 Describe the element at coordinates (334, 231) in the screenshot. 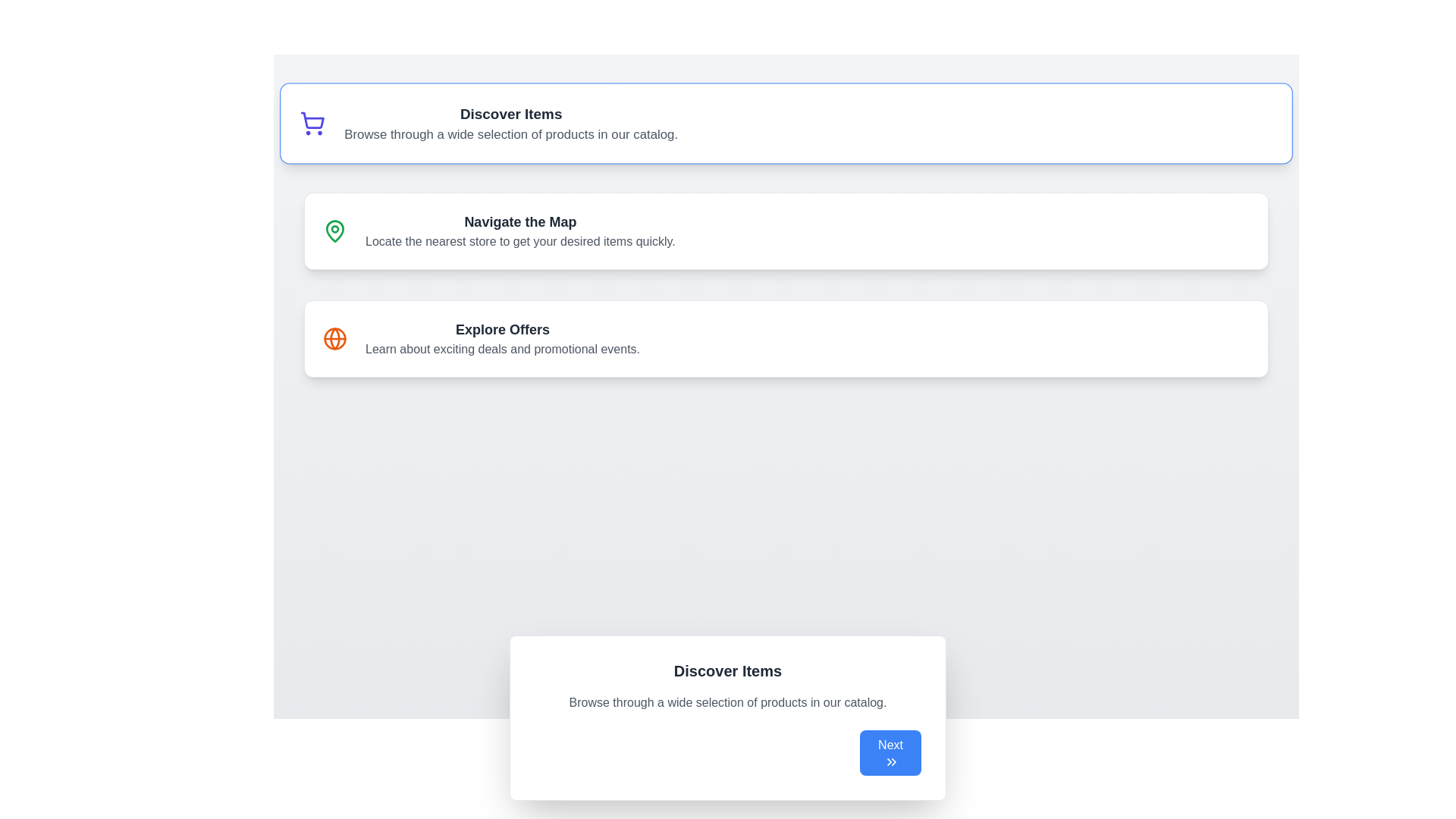

I see `the map pin icon with a green outer border located in the 'Navigate the Map' menu option` at that location.